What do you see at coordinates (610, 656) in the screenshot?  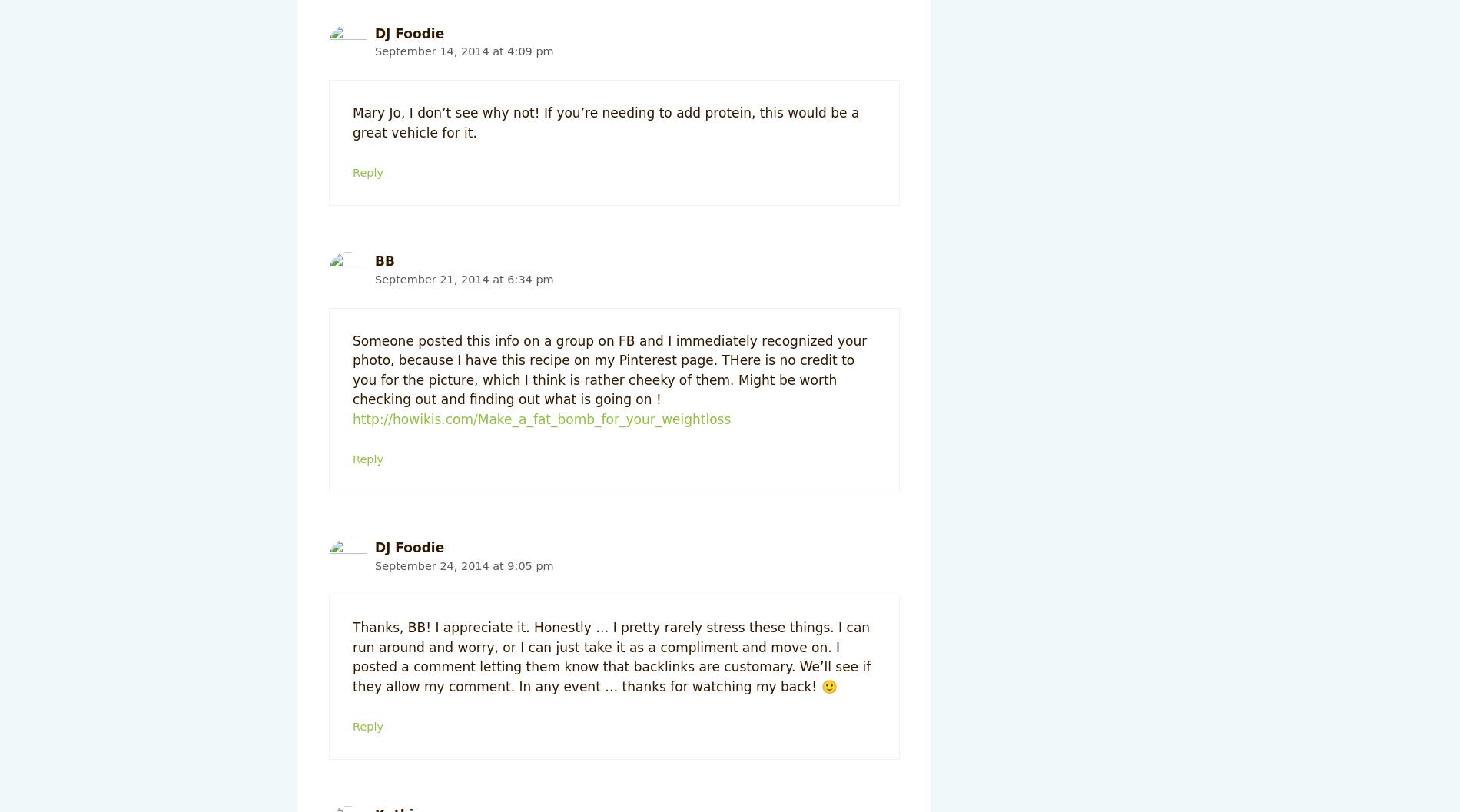 I see `'Thanks, BB! I appreciate it.  Honestly … I pretty rarely stress these things.  I can run around and worry, or I can just take it as a compliment and move on.  I posted a comment letting them know that backlinks are customary.  We’ll see if they allow my comment.  In any event … thanks for watching my back! 🙂'` at bounding box center [610, 656].